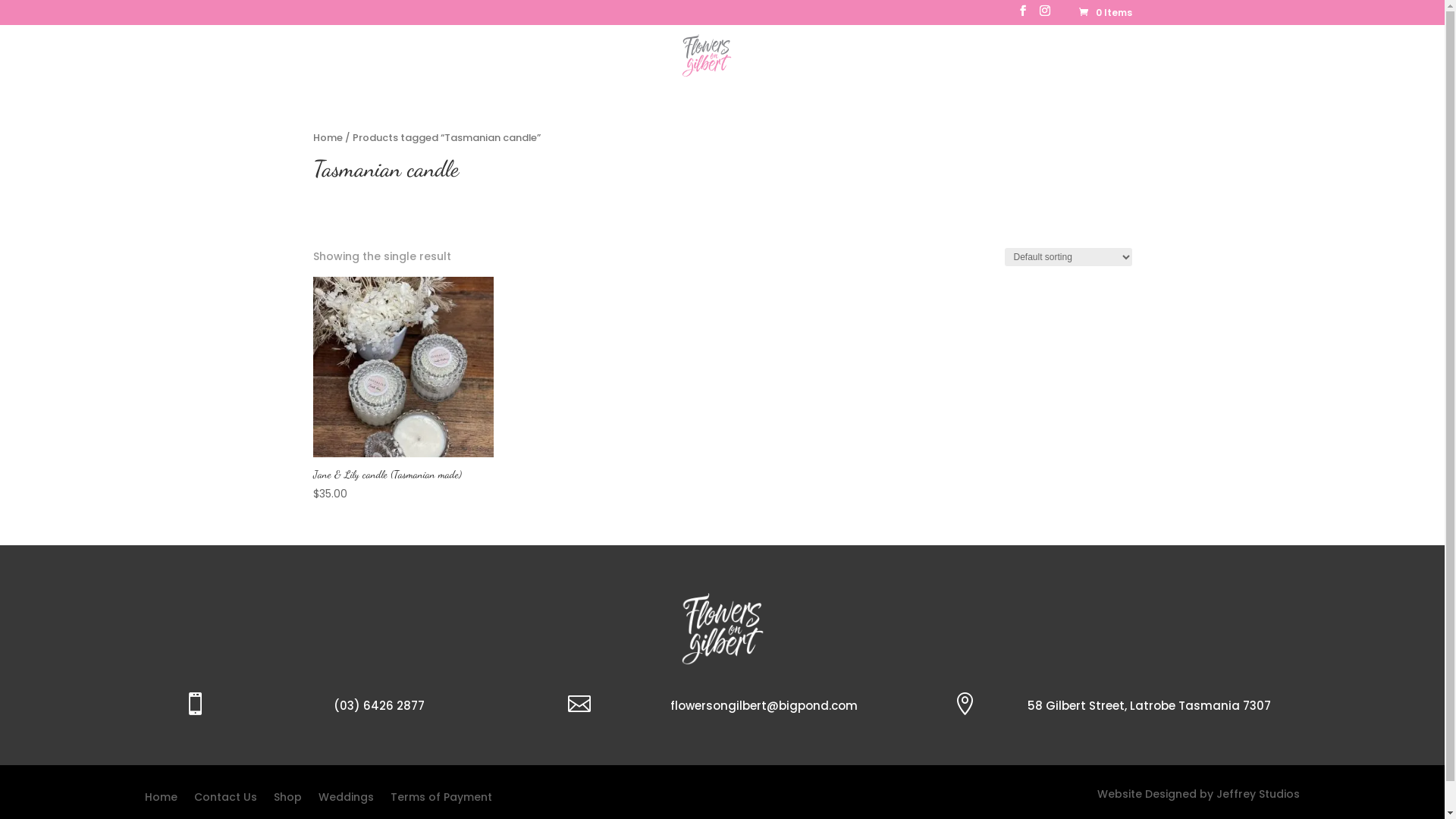  I want to click on 'Contact Us', so click(856, 67).